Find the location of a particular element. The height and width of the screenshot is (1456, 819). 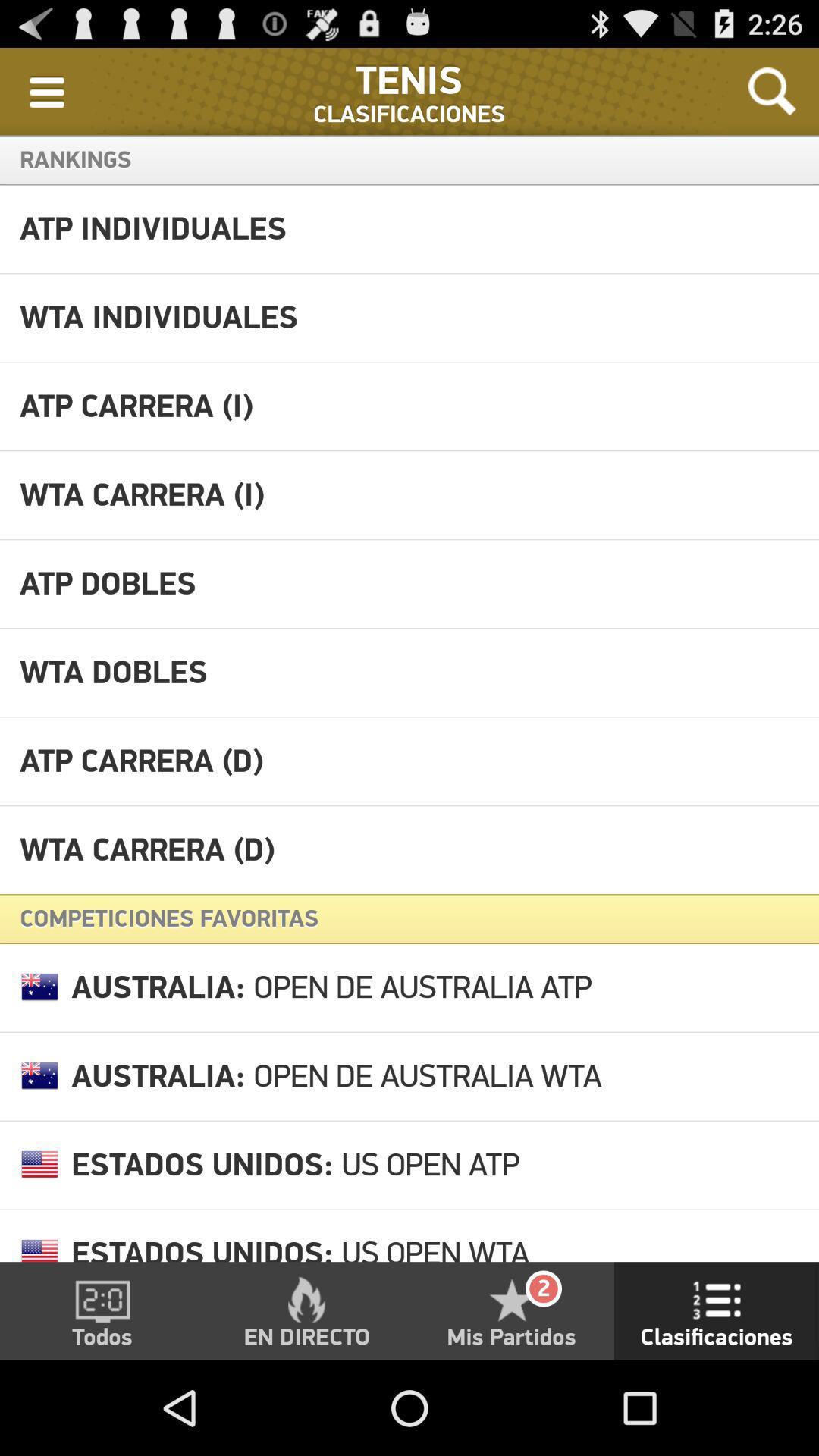

icon to the left of the clasificaciones is located at coordinates (45, 90).